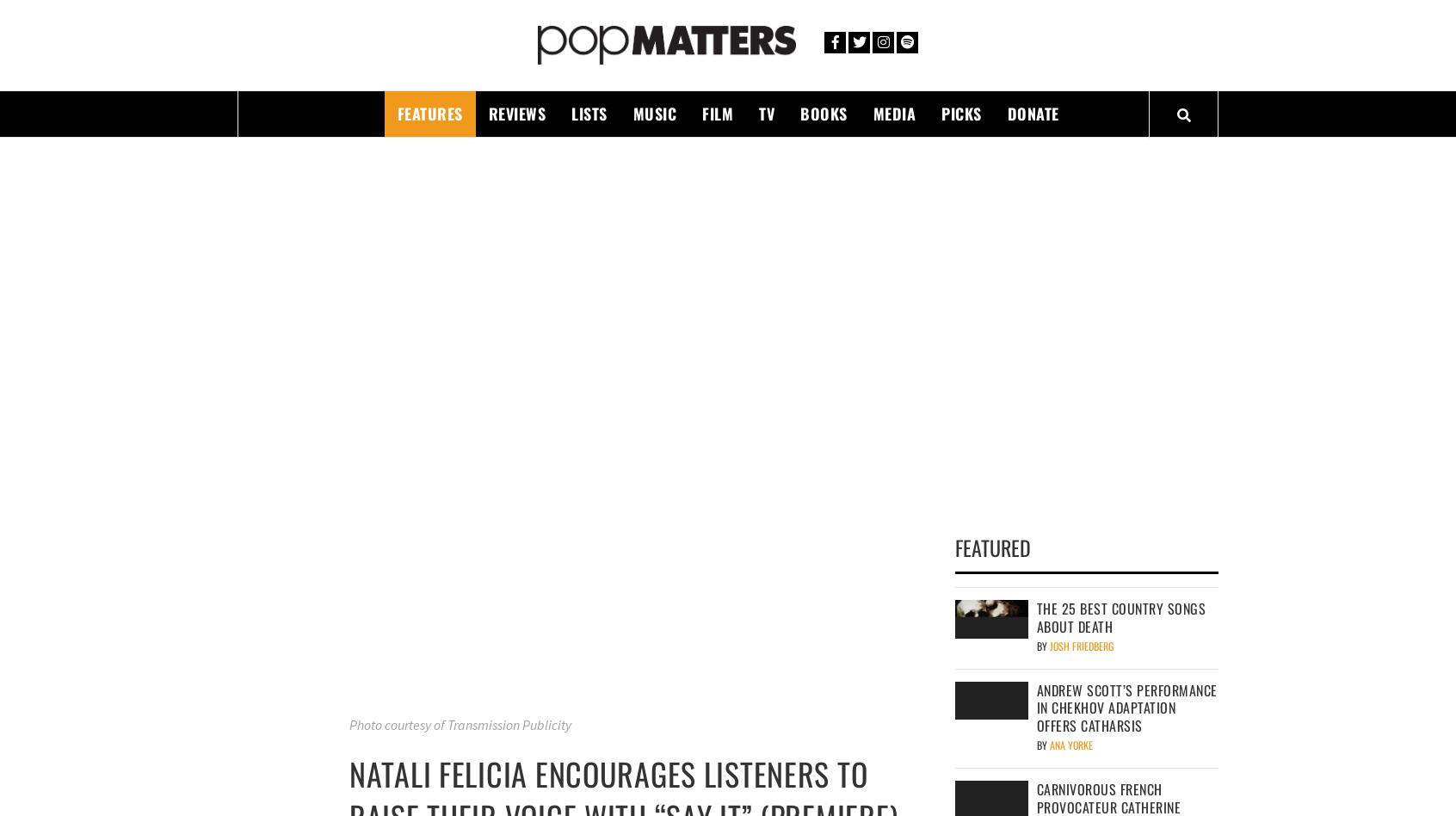 The image size is (1456, 816). What do you see at coordinates (717, 112) in the screenshot?
I see `'Film'` at bounding box center [717, 112].